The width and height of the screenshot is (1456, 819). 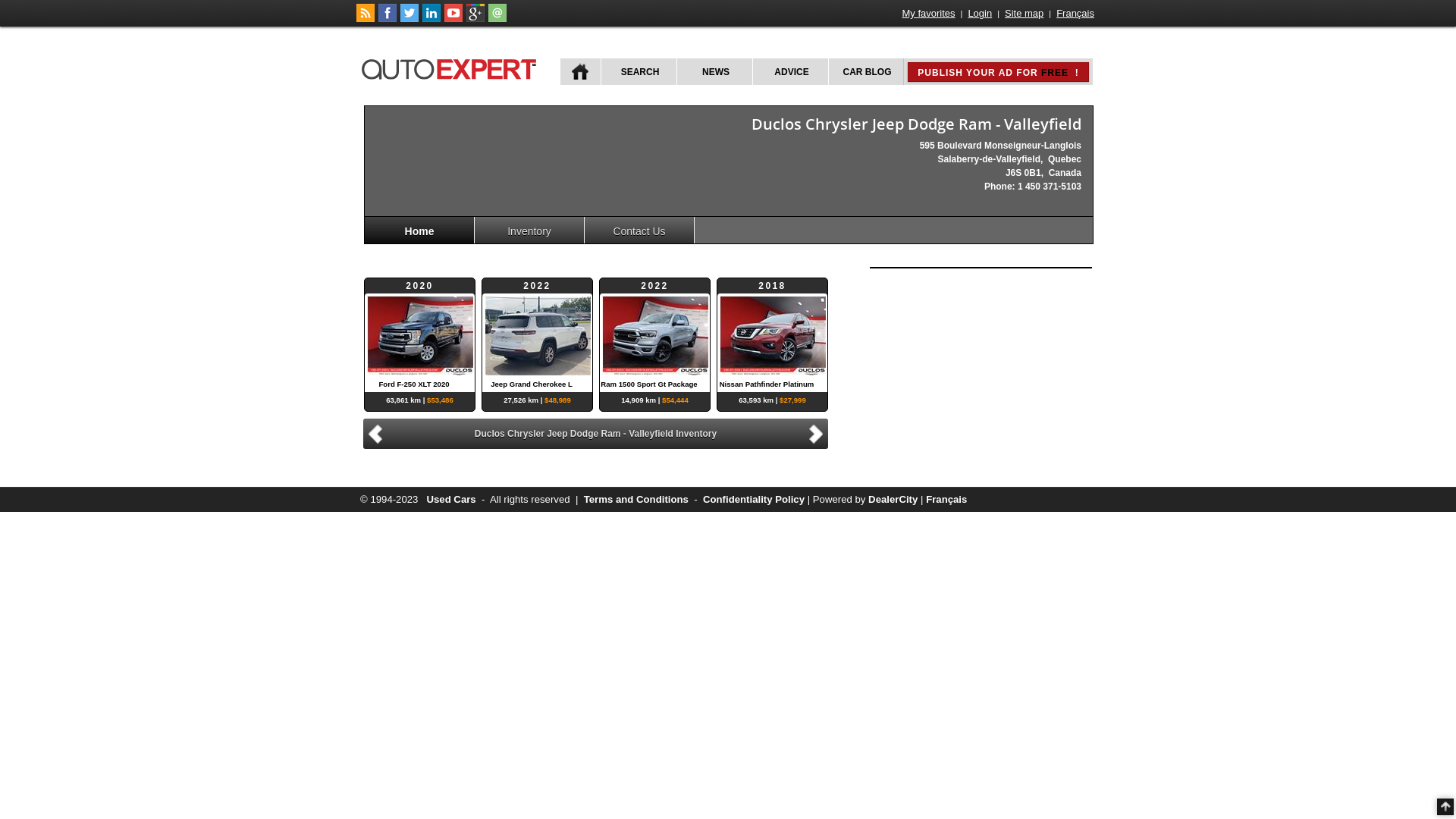 I want to click on 'ADVICE', so click(x=752, y=71).